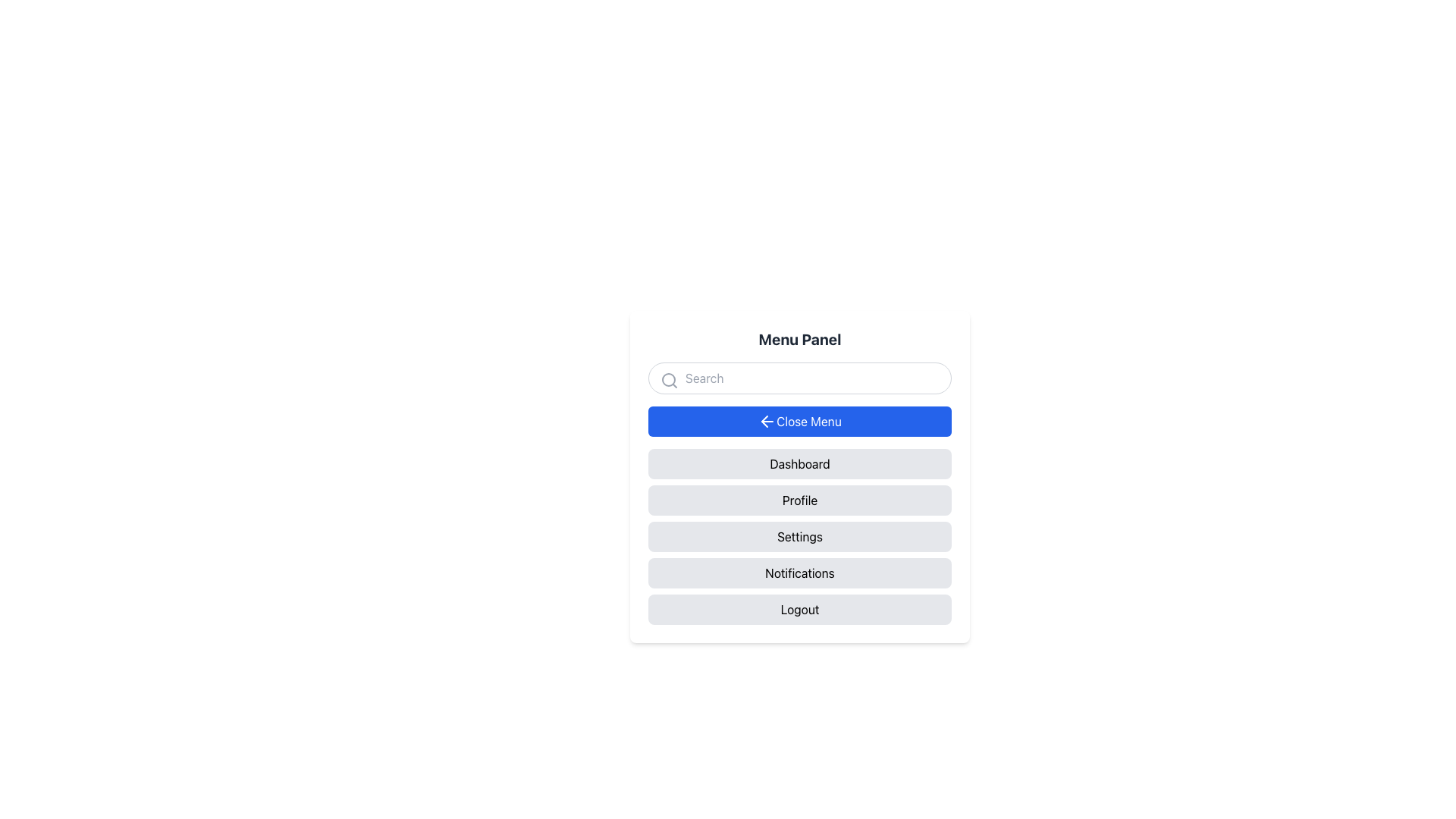  I want to click on the search icon located in the menu panel interface, so click(669, 379).